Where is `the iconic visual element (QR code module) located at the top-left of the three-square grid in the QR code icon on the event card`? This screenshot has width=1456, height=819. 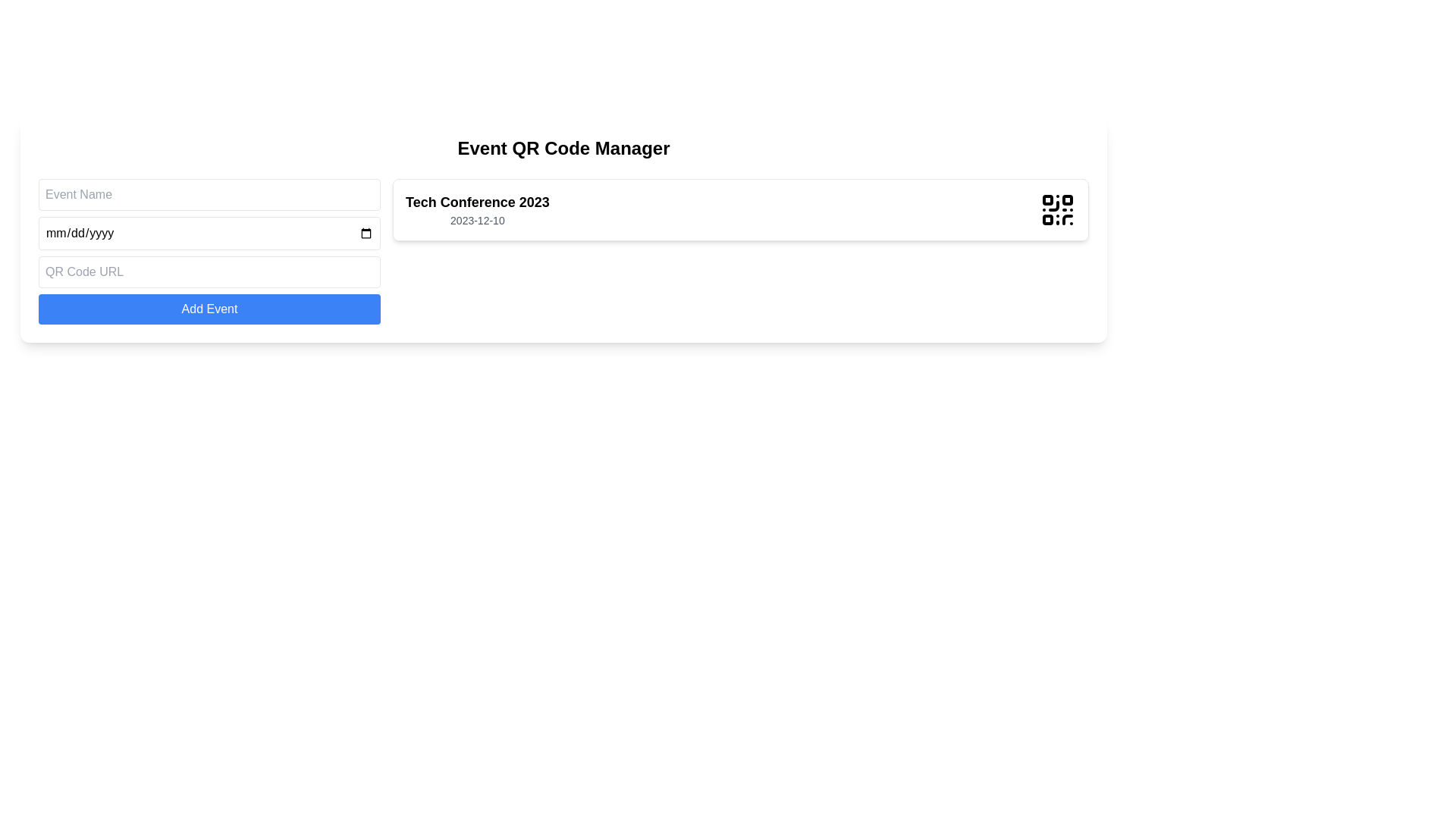 the iconic visual element (QR code module) located at the top-left of the three-square grid in the QR code icon on the event card is located at coordinates (1047, 199).